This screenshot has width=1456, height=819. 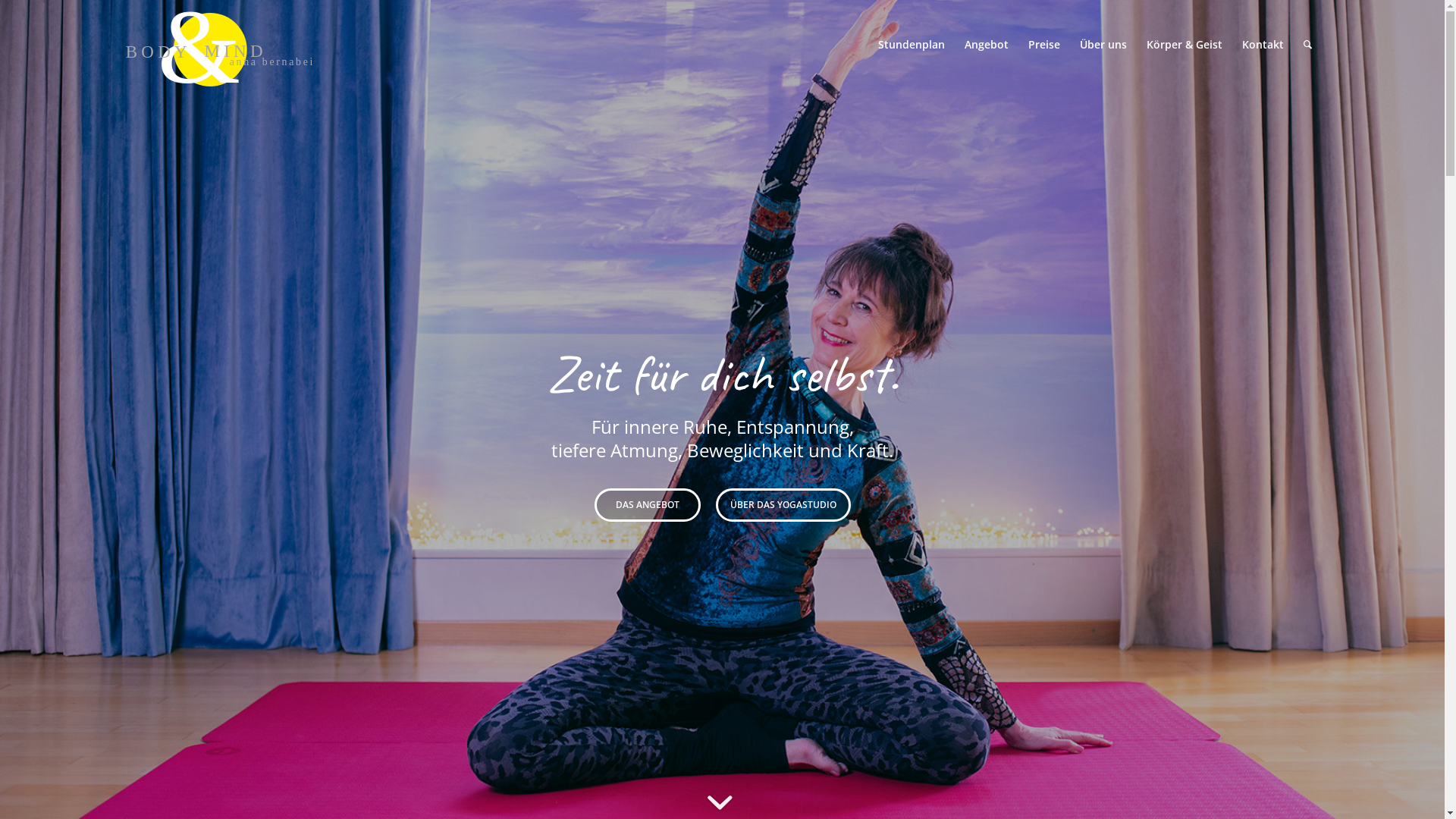 I want to click on 'Kontakt', so click(x=1262, y=43).